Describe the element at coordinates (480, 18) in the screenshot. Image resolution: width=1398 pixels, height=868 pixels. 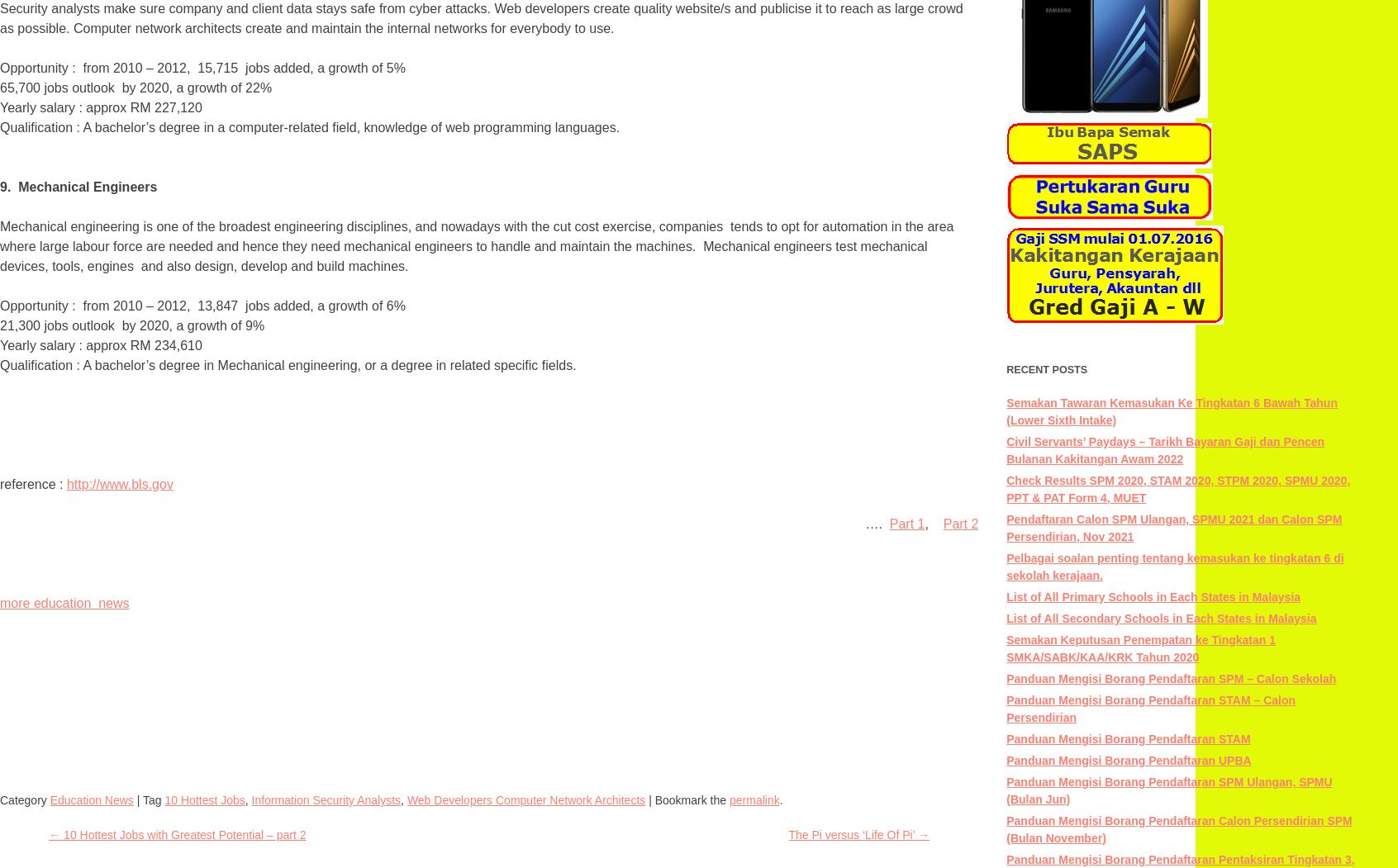
I see `'Security analysts make sure company and client data stays safe from cyber attacks. Web developers create quality website/s and publicise it to reach as large crowd as possible. Computer network architects create and maintain the internal networks for everybody to use.'` at that location.